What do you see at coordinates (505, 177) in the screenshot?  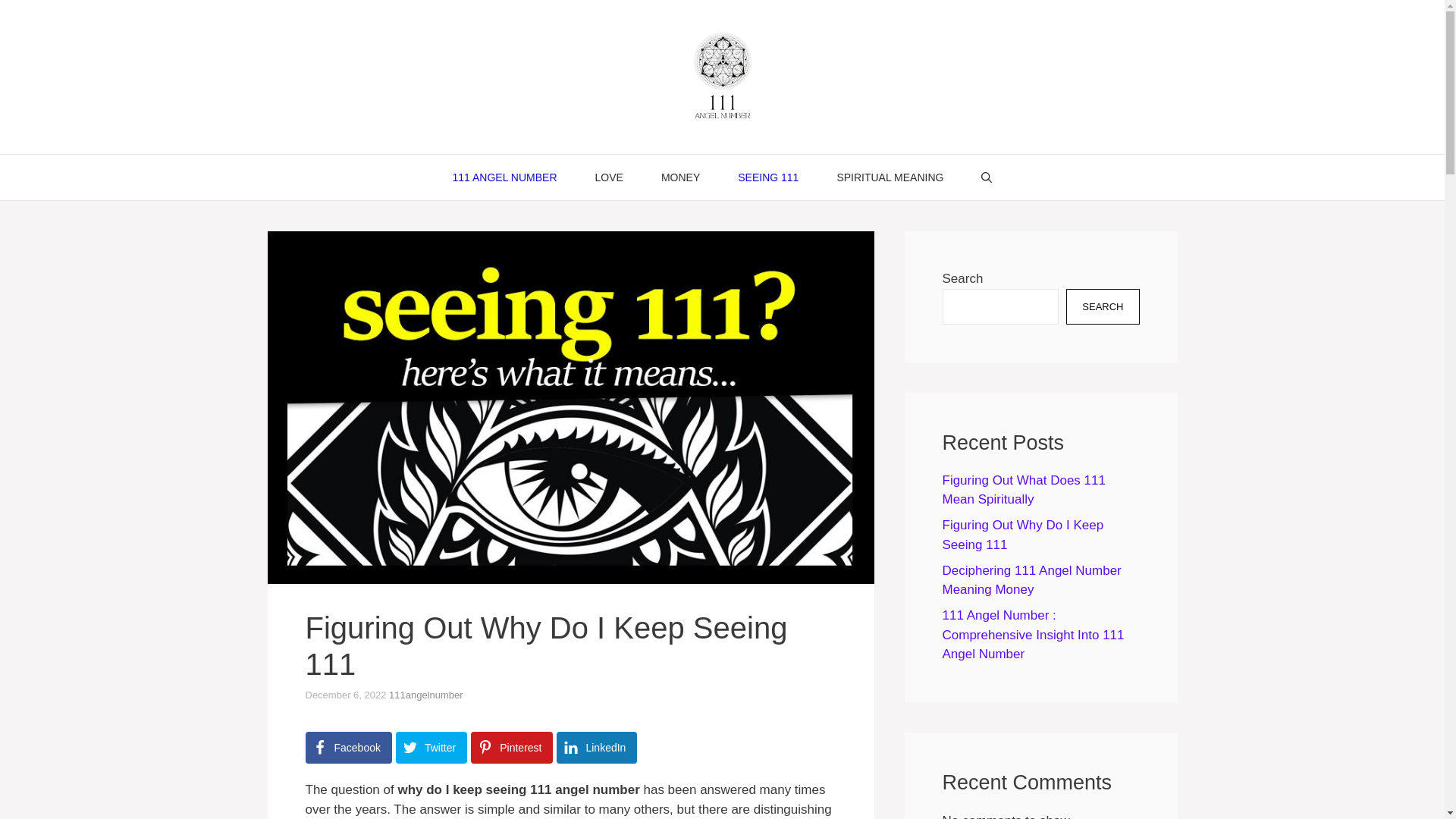 I see `'111 ANGEL NUMBER'` at bounding box center [505, 177].